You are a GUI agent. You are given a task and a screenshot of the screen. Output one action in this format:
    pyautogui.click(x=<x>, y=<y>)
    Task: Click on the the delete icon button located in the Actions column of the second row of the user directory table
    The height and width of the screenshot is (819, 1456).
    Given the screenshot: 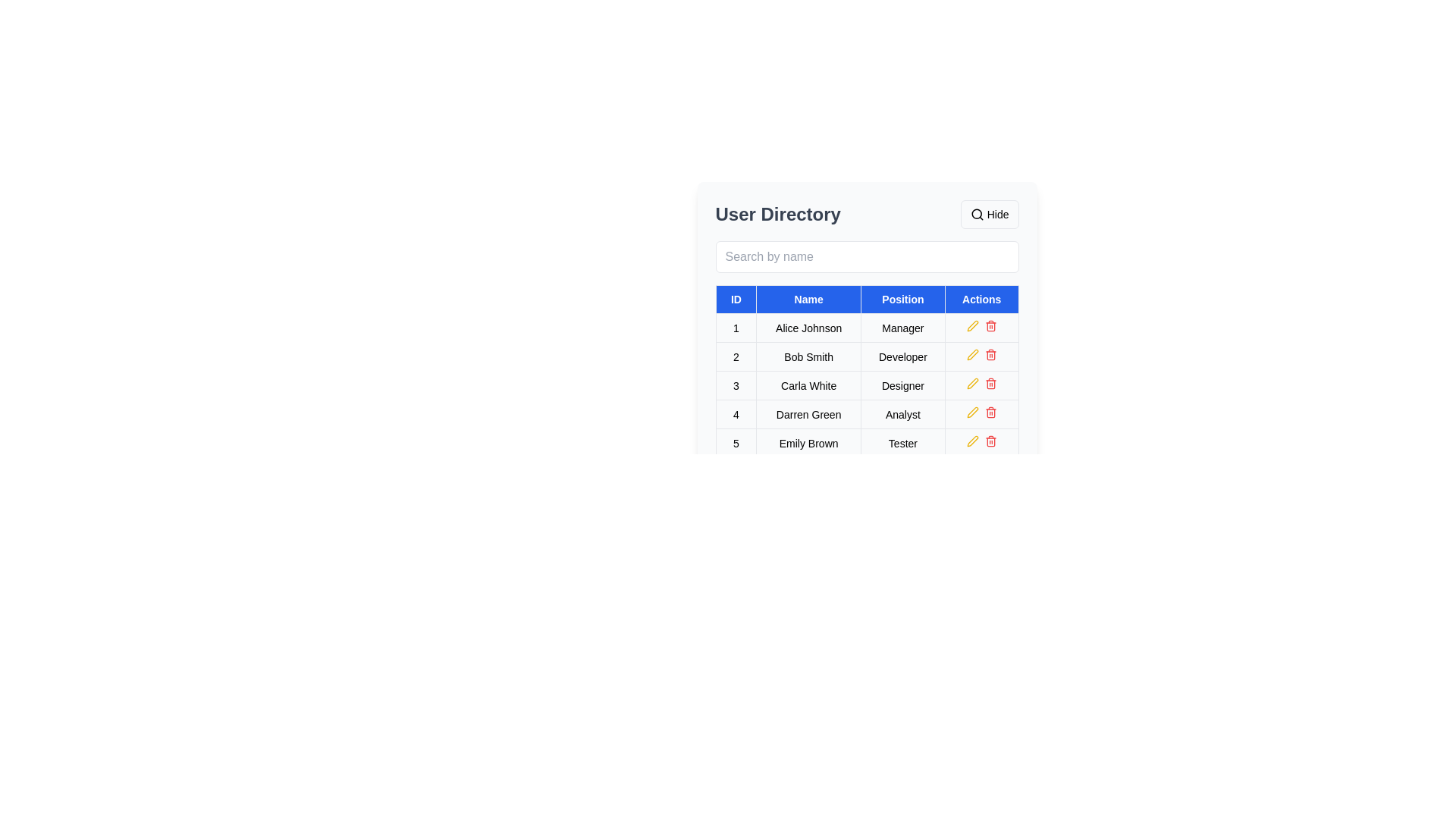 What is the action you would take?
    pyautogui.click(x=990, y=354)
    